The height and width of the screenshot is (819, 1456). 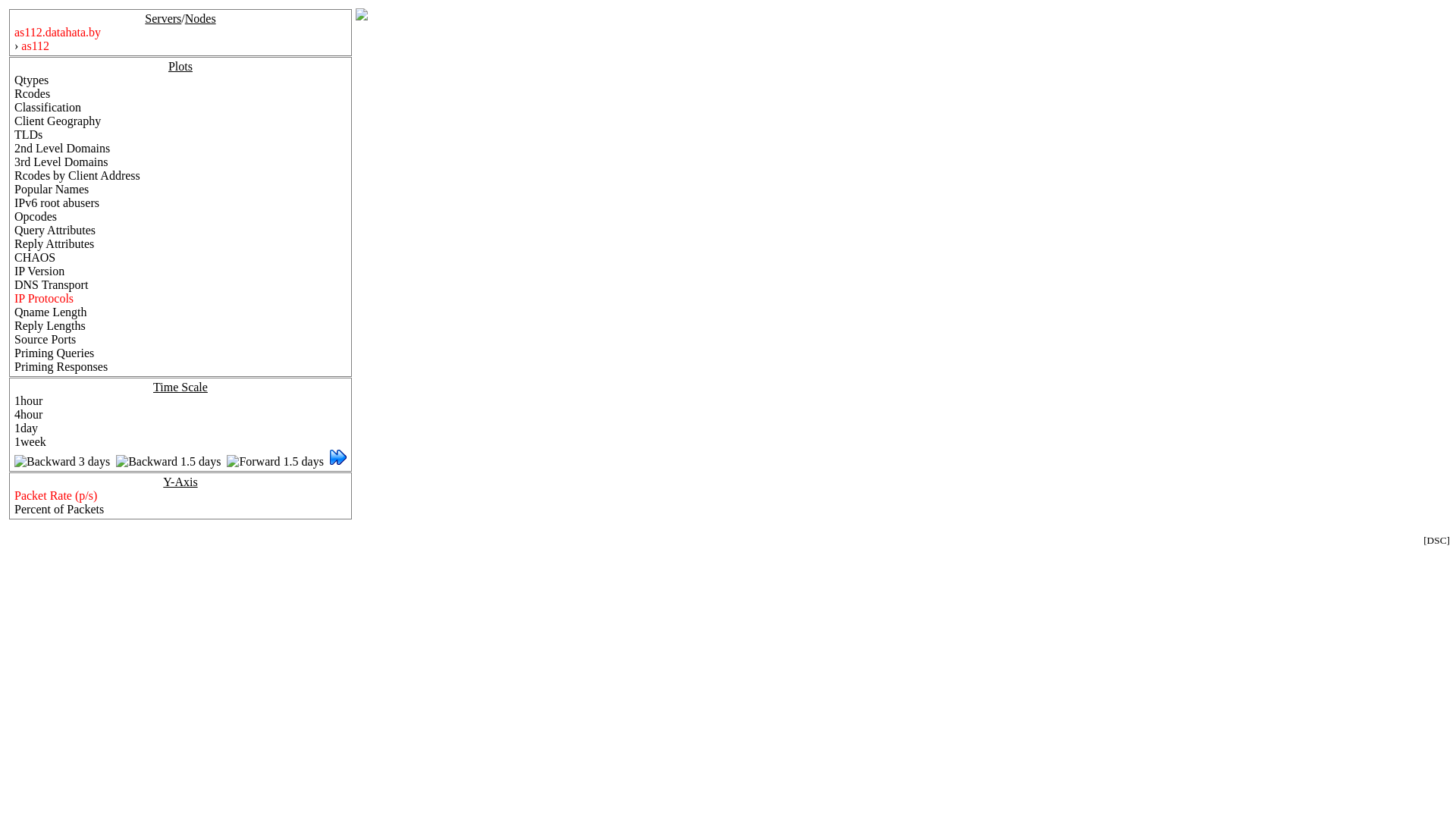 What do you see at coordinates (58, 120) in the screenshot?
I see `'Client Geography'` at bounding box center [58, 120].